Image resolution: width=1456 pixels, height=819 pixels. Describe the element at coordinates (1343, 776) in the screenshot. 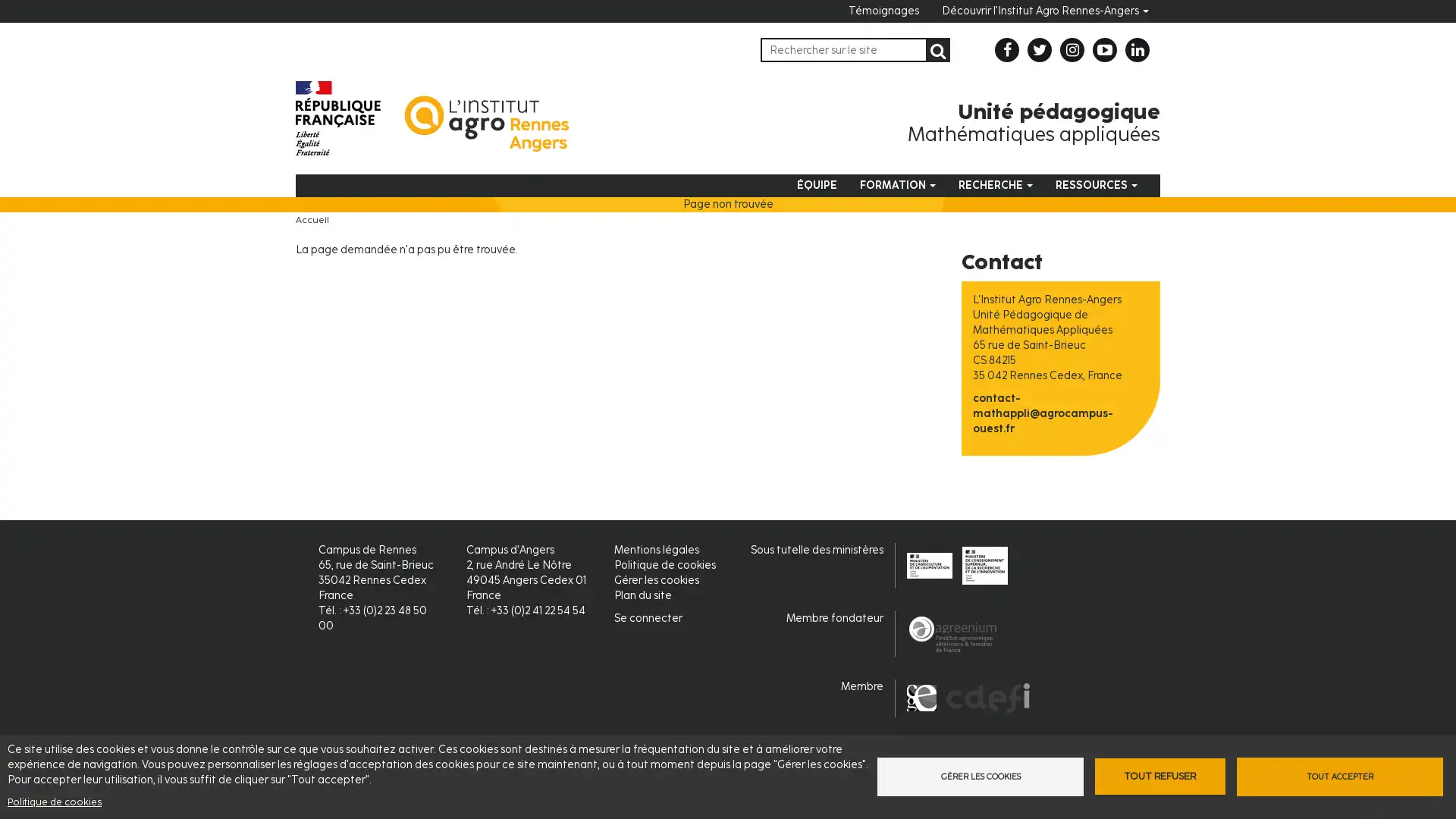

I see `TOUT ACCEPTER` at that location.